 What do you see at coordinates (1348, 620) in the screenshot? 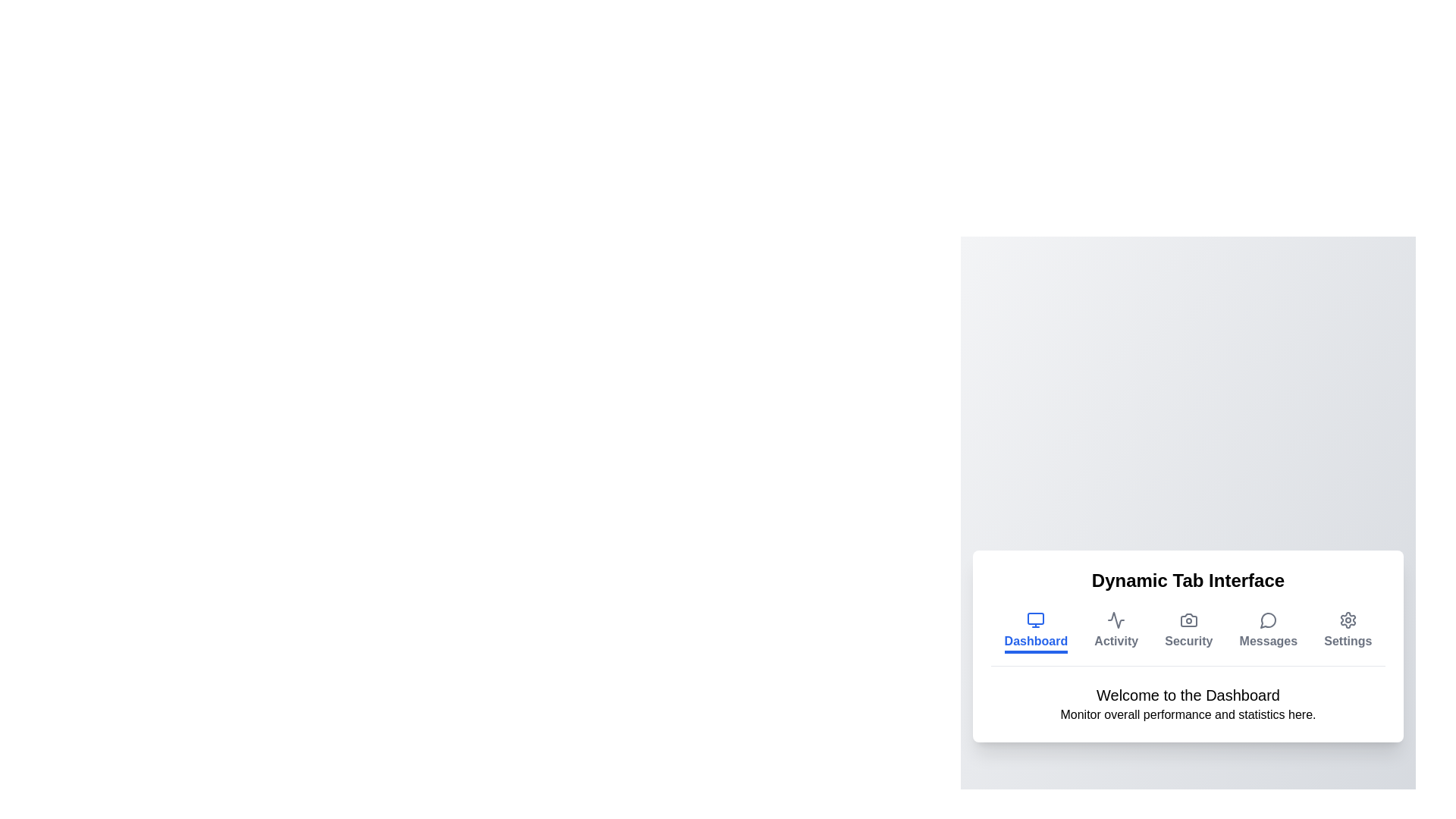
I see `the decorative graphical component of the settings icon located on the far-right side of the horizontal navigation menu below the title 'Dynamic Tab Interface'` at bounding box center [1348, 620].